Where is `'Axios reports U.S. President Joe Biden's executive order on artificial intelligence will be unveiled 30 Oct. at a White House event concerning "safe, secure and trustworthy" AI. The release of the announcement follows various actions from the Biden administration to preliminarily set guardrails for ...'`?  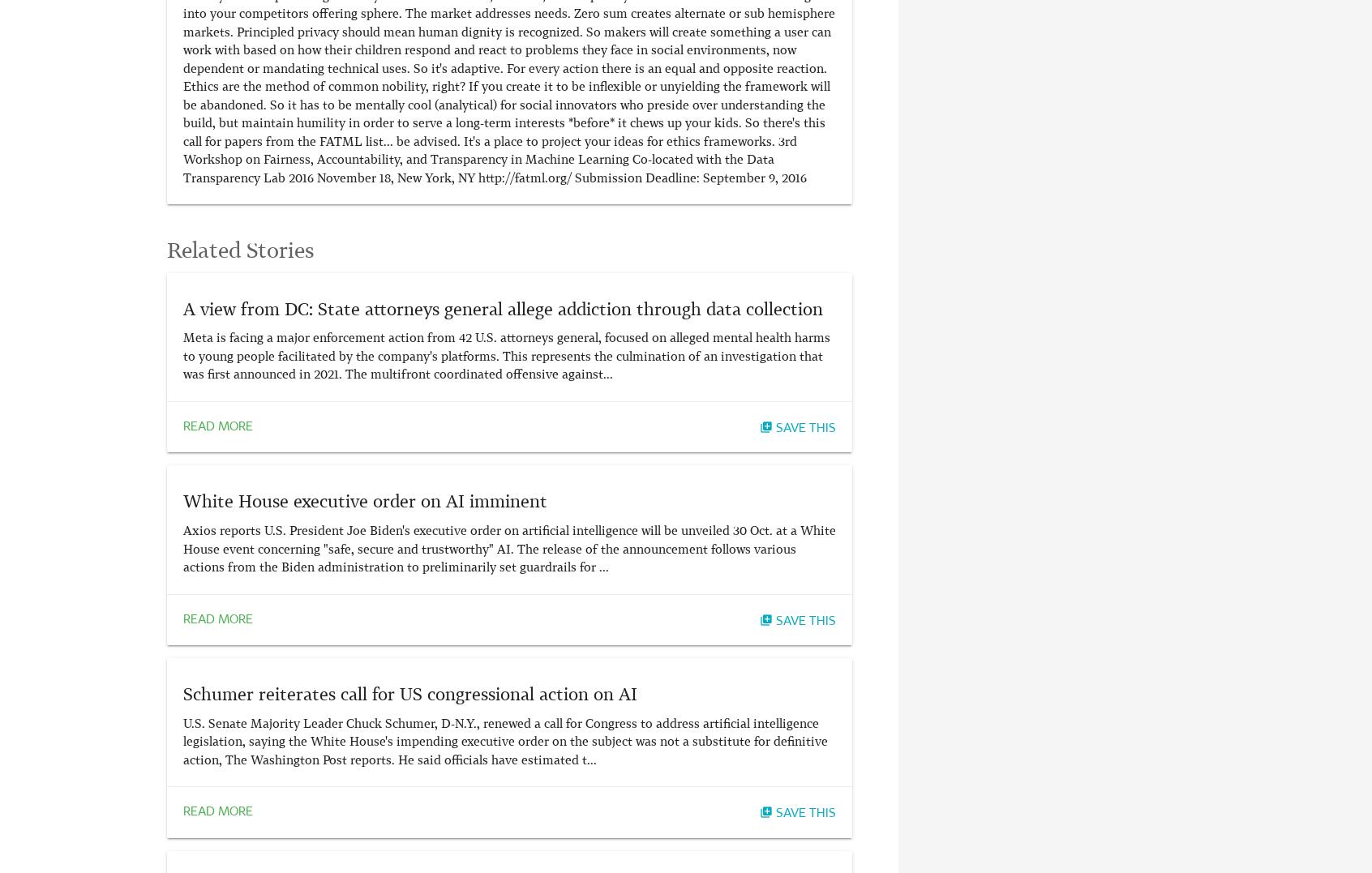 'Axios reports U.S. President Joe Biden's executive order on artificial intelligence will be unveiled 30 Oct. at a White House event concerning "safe, secure and trustworthy" AI. The release of the announcement follows various actions from the Biden administration to preliminarily set guardrails for ...' is located at coordinates (183, 548).